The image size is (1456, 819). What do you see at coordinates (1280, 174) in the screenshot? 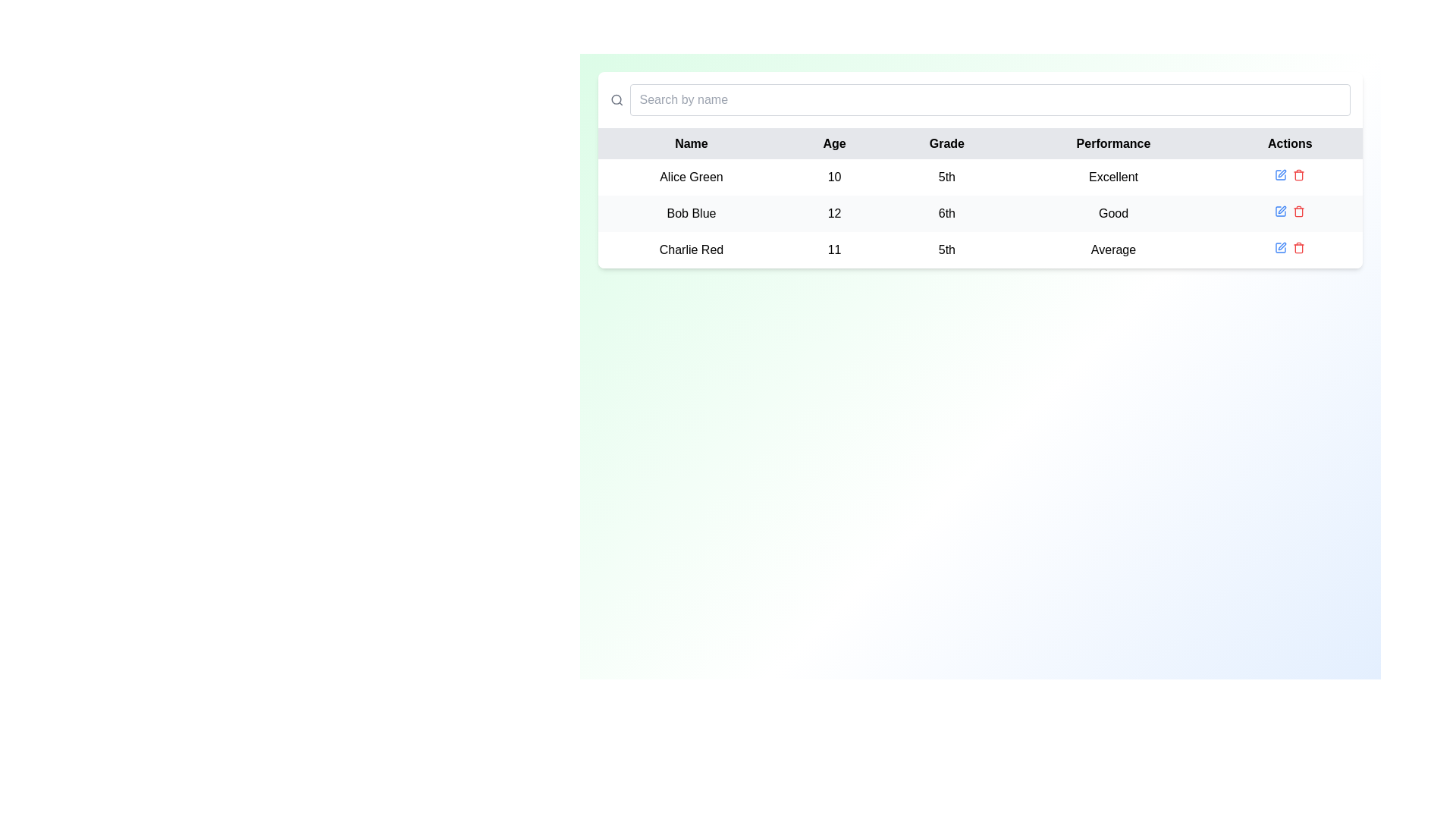
I see `the leftmost edit button in the 'Actions' column for the 'Excellent' performance row to initiate editing` at bounding box center [1280, 174].